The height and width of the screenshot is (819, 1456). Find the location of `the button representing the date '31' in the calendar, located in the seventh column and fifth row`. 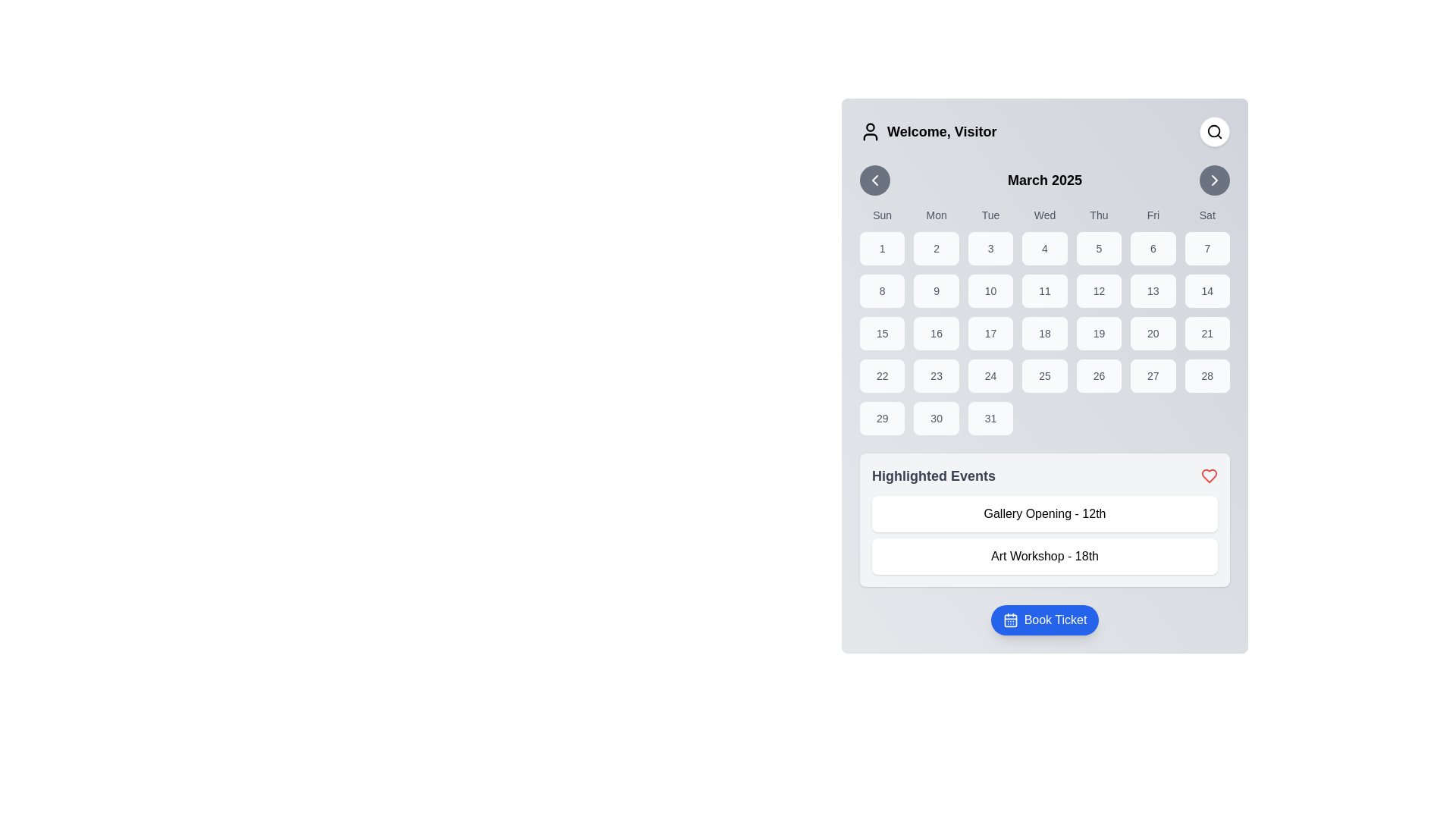

the button representing the date '31' in the calendar, located in the seventh column and fifth row is located at coordinates (990, 418).